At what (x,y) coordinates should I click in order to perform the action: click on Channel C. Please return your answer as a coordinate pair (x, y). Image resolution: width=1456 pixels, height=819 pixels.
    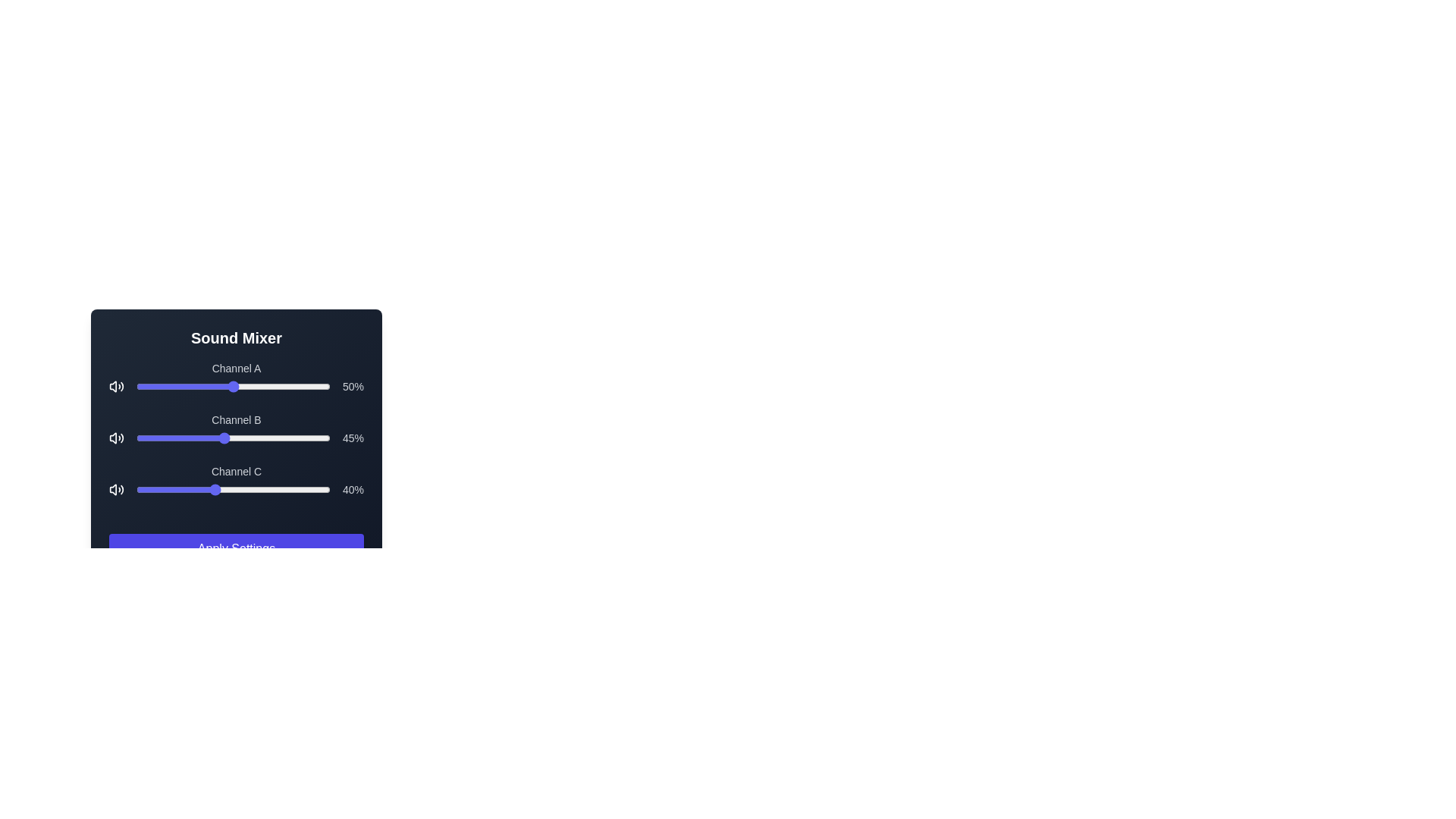
    Looking at the image, I should click on (299, 489).